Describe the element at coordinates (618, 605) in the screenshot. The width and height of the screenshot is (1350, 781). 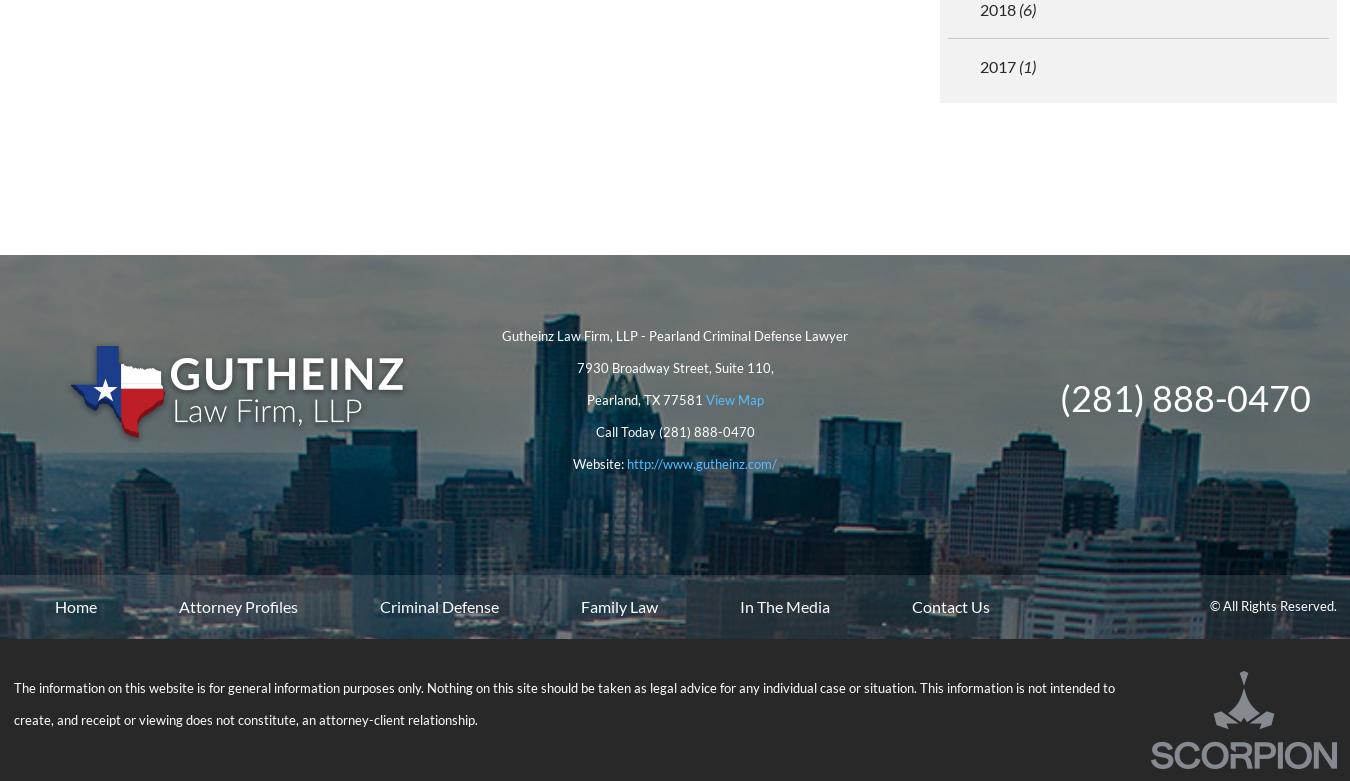
I see `'Family Law'` at that location.